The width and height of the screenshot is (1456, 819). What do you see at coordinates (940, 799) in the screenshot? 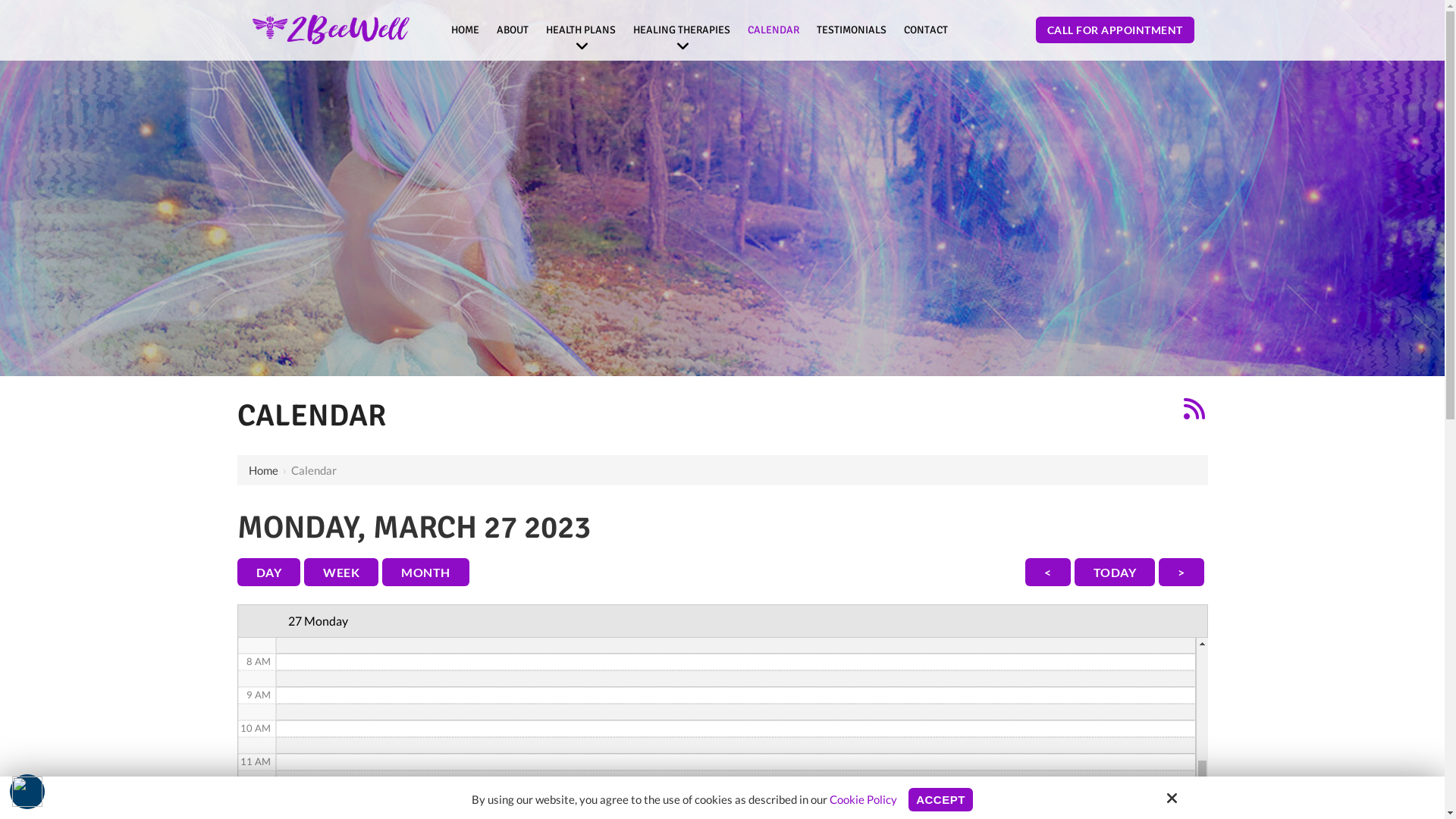
I see `'ACCEPT'` at bounding box center [940, 799].